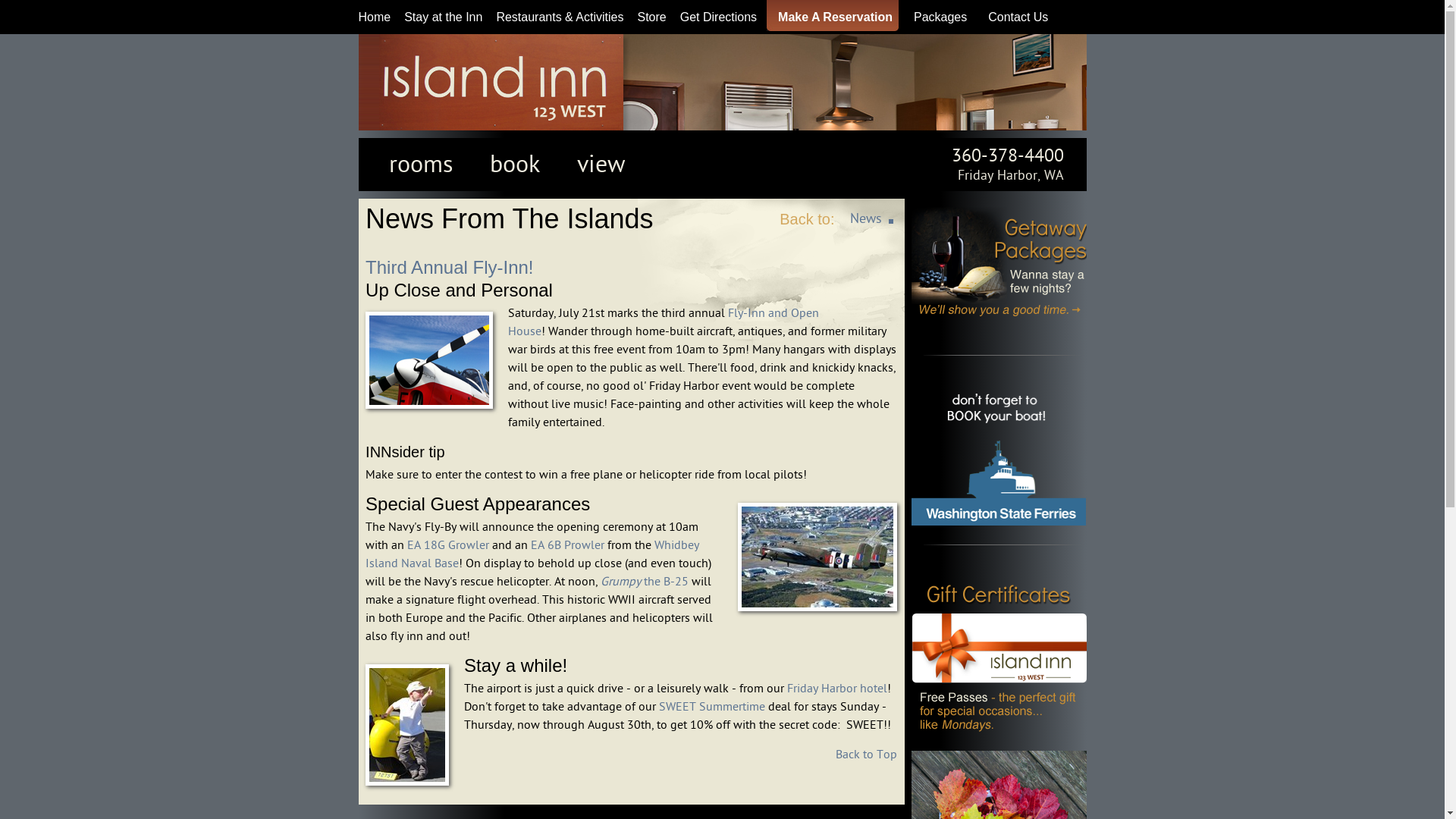 This screenshot has width=1456, height=819. What do you see at coordinates (644, 581) in the screenshot?
I see `'Grumpy the B-25'` at bounding box center [644, 581].